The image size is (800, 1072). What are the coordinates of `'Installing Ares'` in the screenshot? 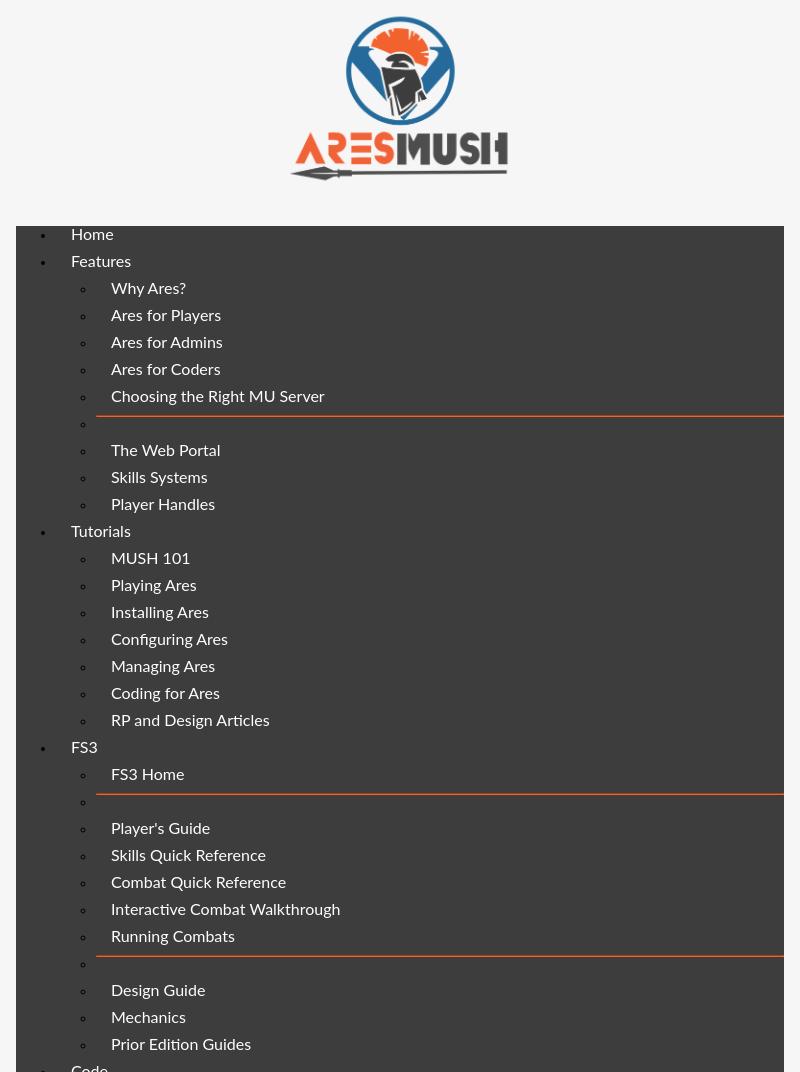 It's located at (159, 612).